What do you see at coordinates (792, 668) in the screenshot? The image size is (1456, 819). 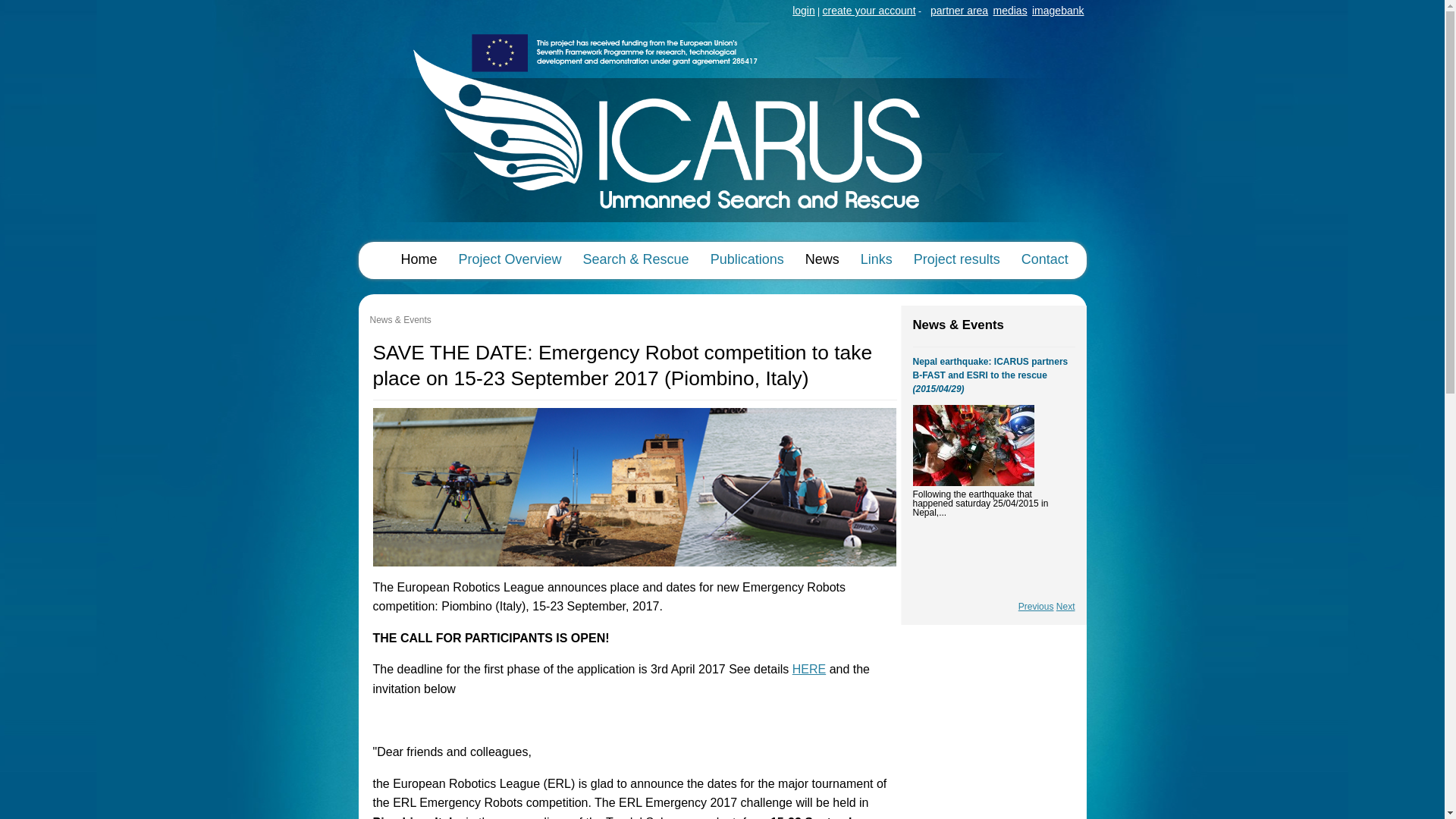 I see `'HERE'` at bounding box center [792, 668].